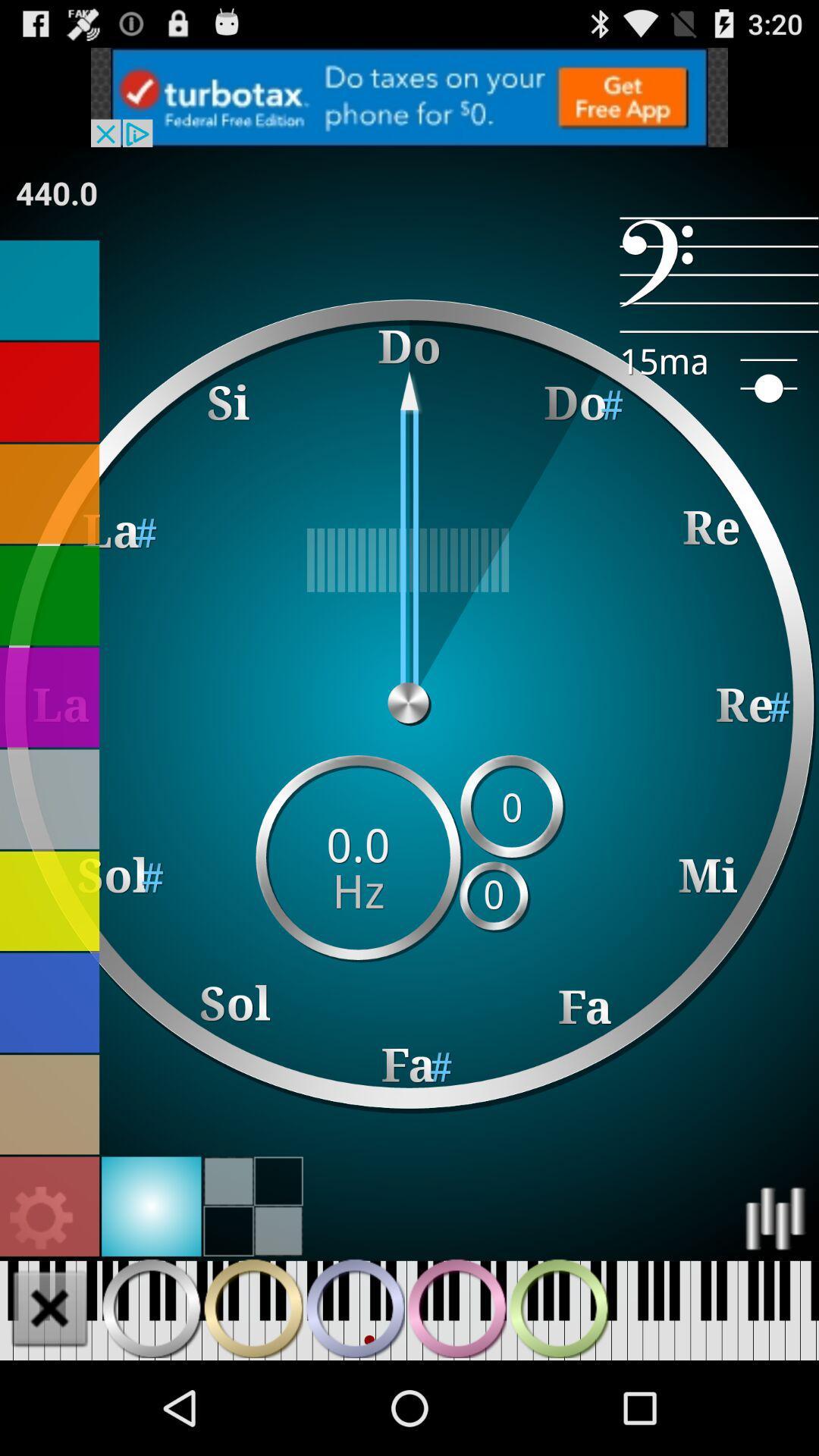  Describe the element at coordinates (49, 901) in the screenshot. I see `yellow color palette` at that location.